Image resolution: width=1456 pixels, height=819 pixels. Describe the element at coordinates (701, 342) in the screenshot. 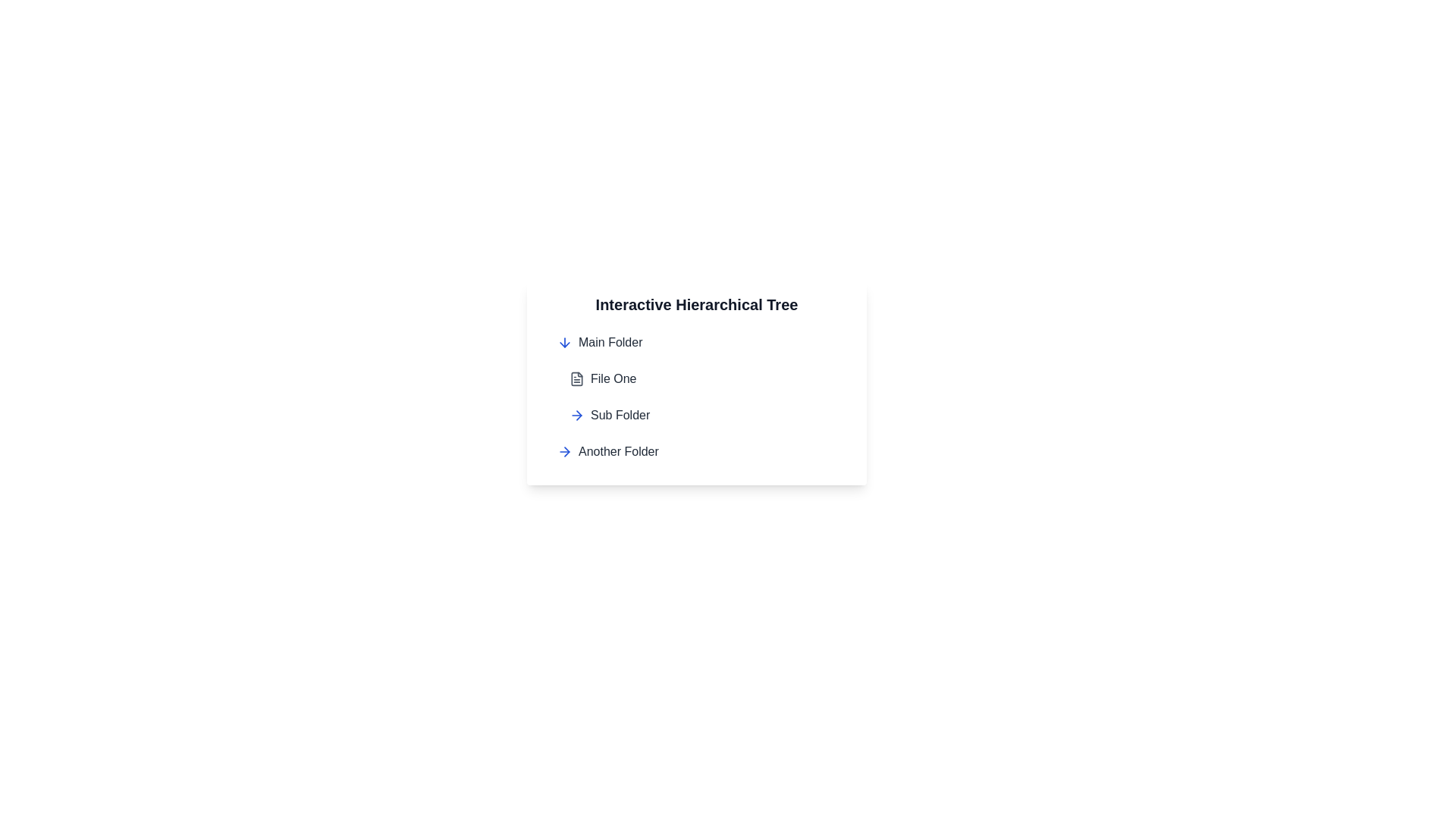

I see `the Collapsible Tree Node labeled 'Main Folder', which features a downward pointing blue arrow and changes to teal on hover` at that location.